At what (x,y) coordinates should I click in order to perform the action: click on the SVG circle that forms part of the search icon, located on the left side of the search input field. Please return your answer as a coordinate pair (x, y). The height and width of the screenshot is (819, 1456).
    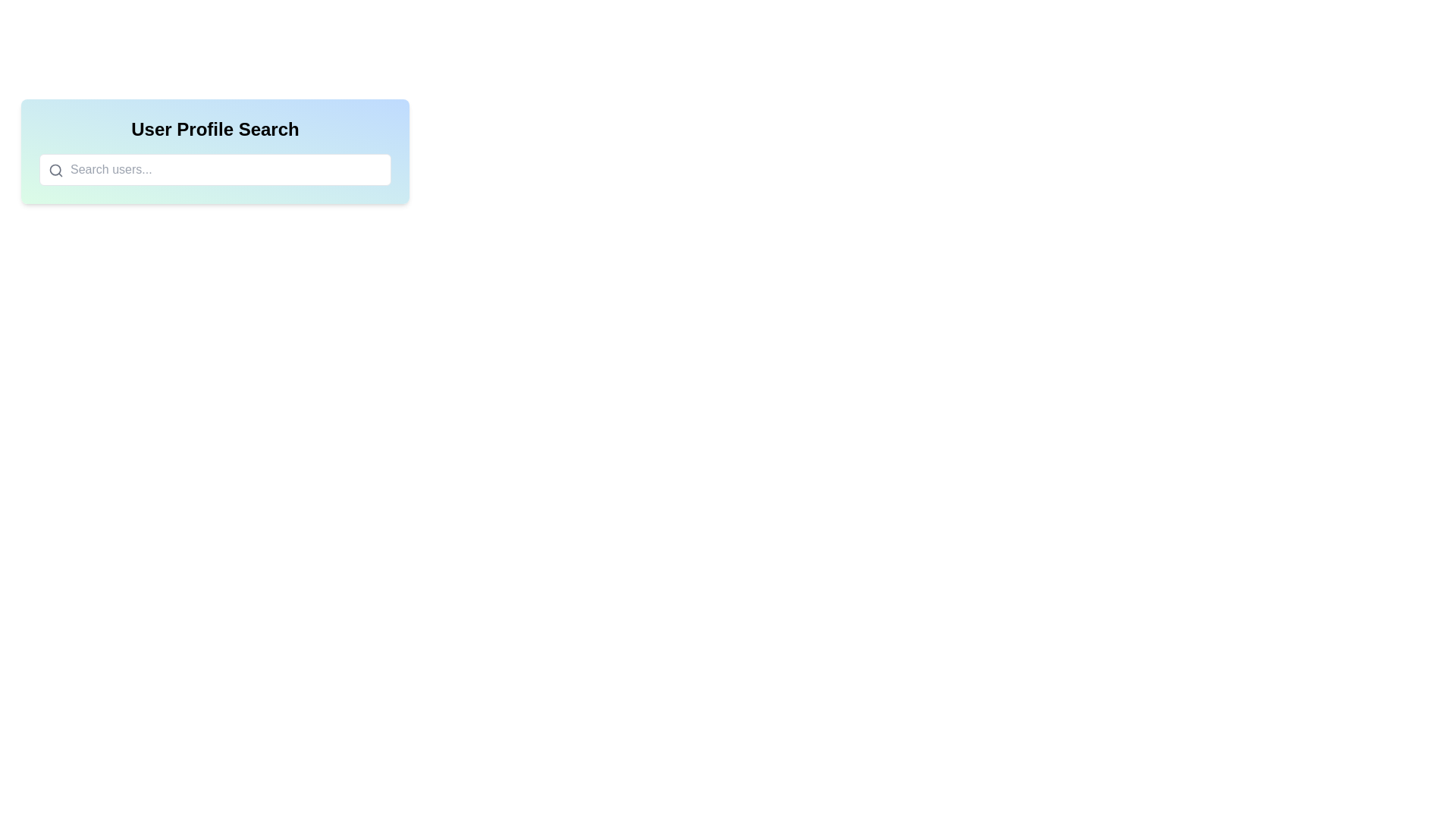
    Looking at the image, I should click on (55, 170).